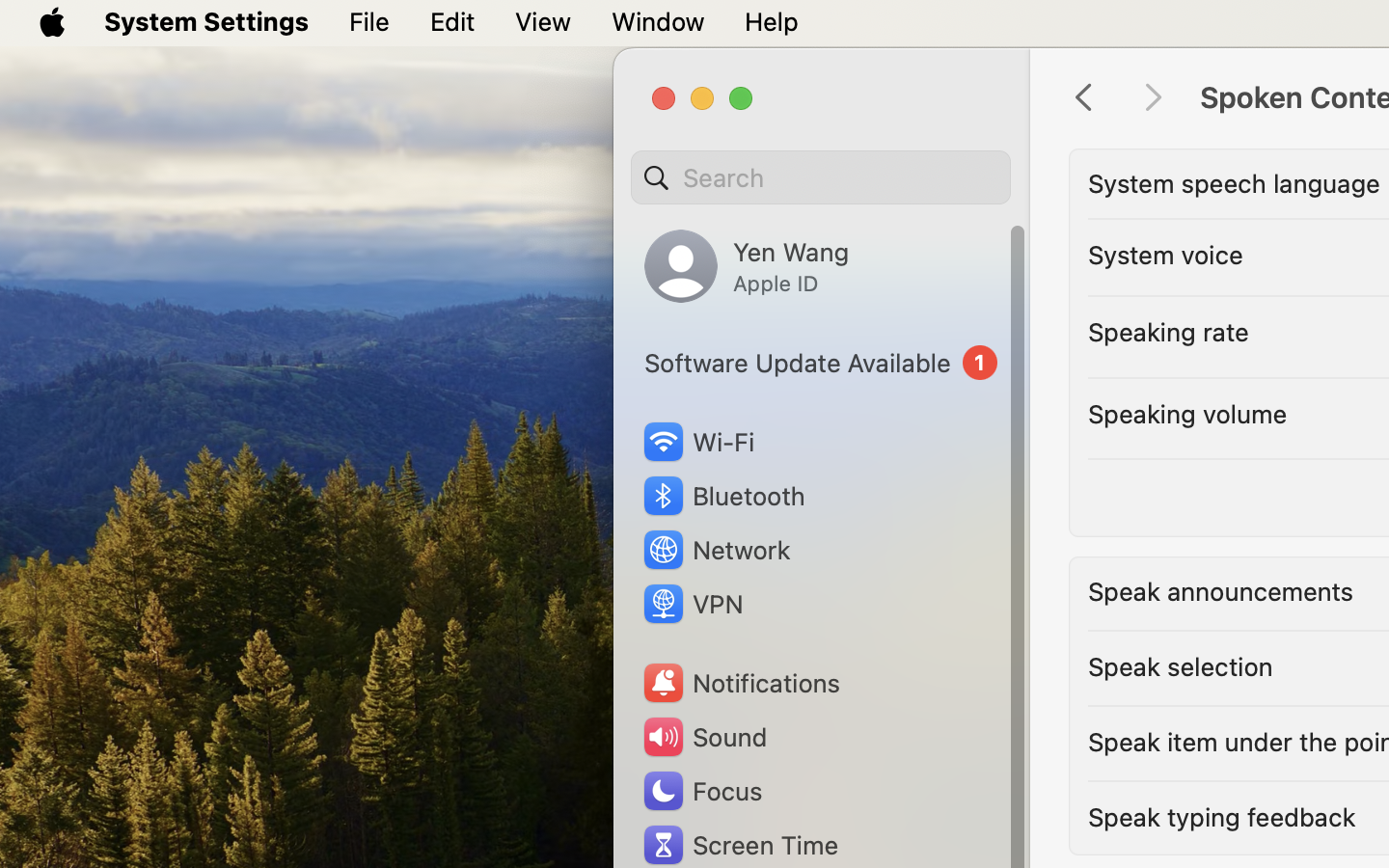 Image resolution: width=1389 pixels, height=868 pixels. I want to click on 'Sound', so click(702, 736).